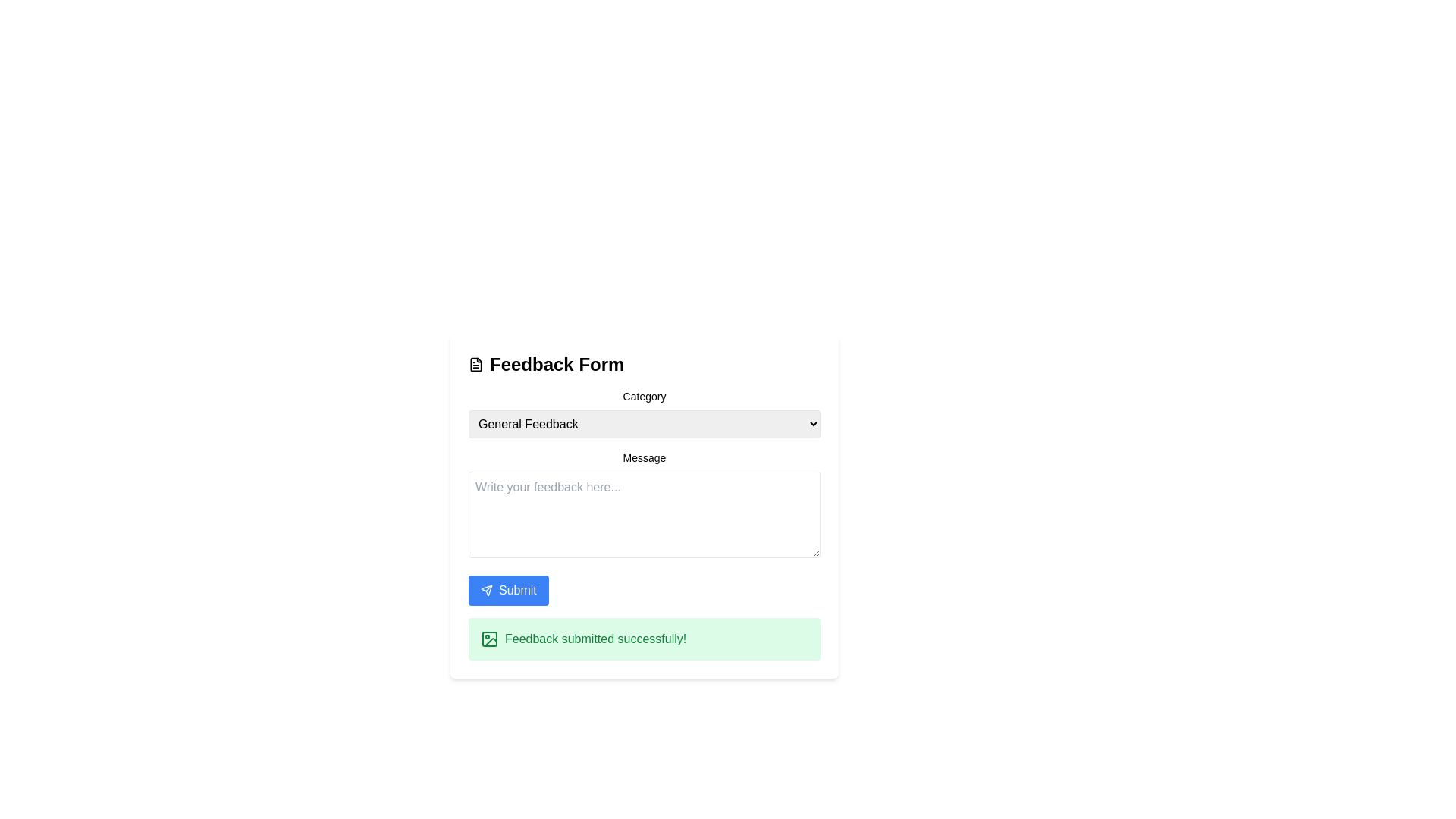 The image size is (1456, 819). What do you see at coordinates (517, 590) in the screenshot?
I see `the 'Submit' button, which has a white font color on a blue rectangular background, located near the bottom of the feedback form` at bounding box center [517, 590].